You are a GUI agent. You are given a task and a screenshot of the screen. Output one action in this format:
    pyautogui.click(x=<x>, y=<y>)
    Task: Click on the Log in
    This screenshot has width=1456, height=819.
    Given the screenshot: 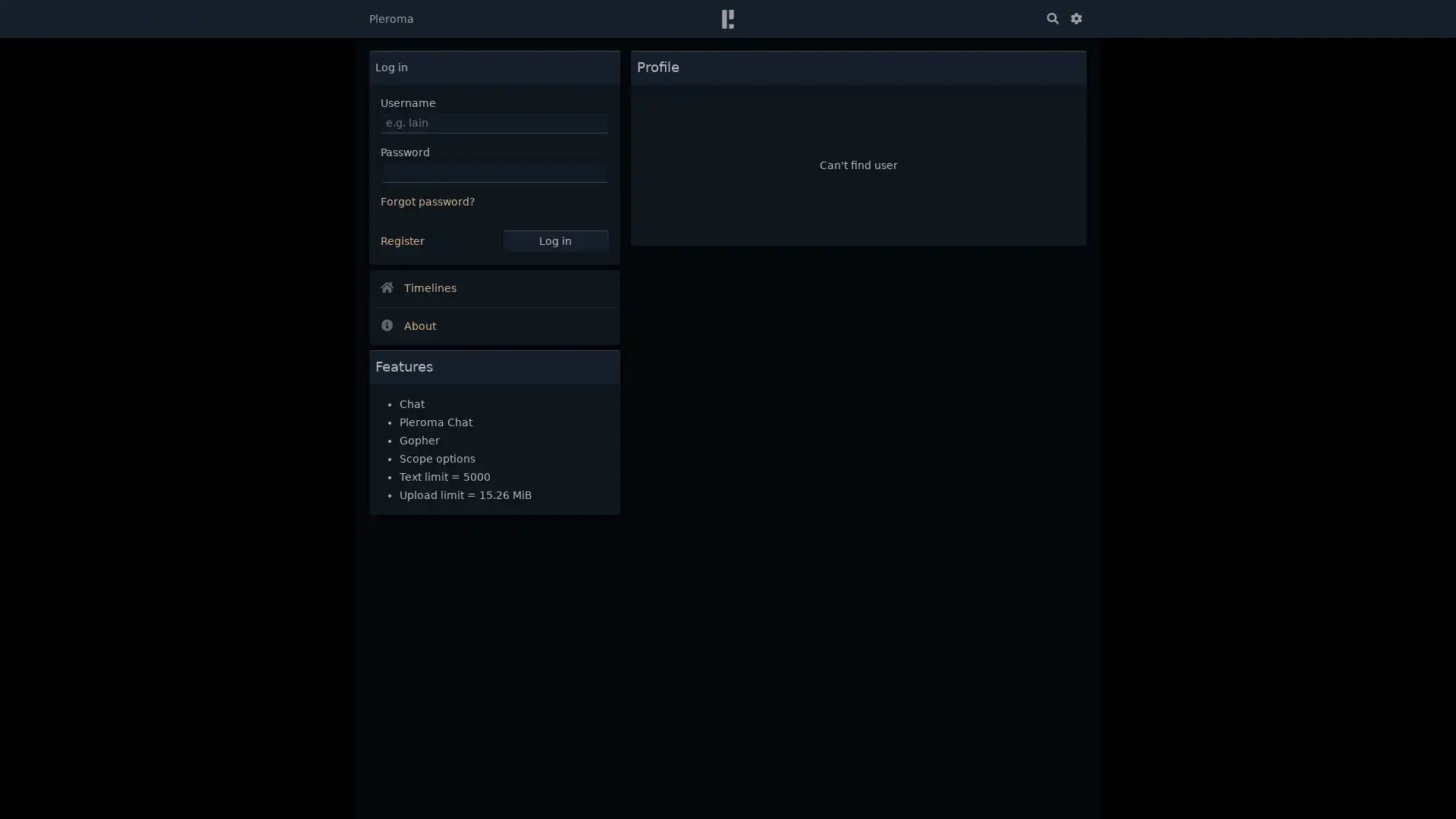 What is the action you would take?
    pyautogui.click(x=554, y=240)
    